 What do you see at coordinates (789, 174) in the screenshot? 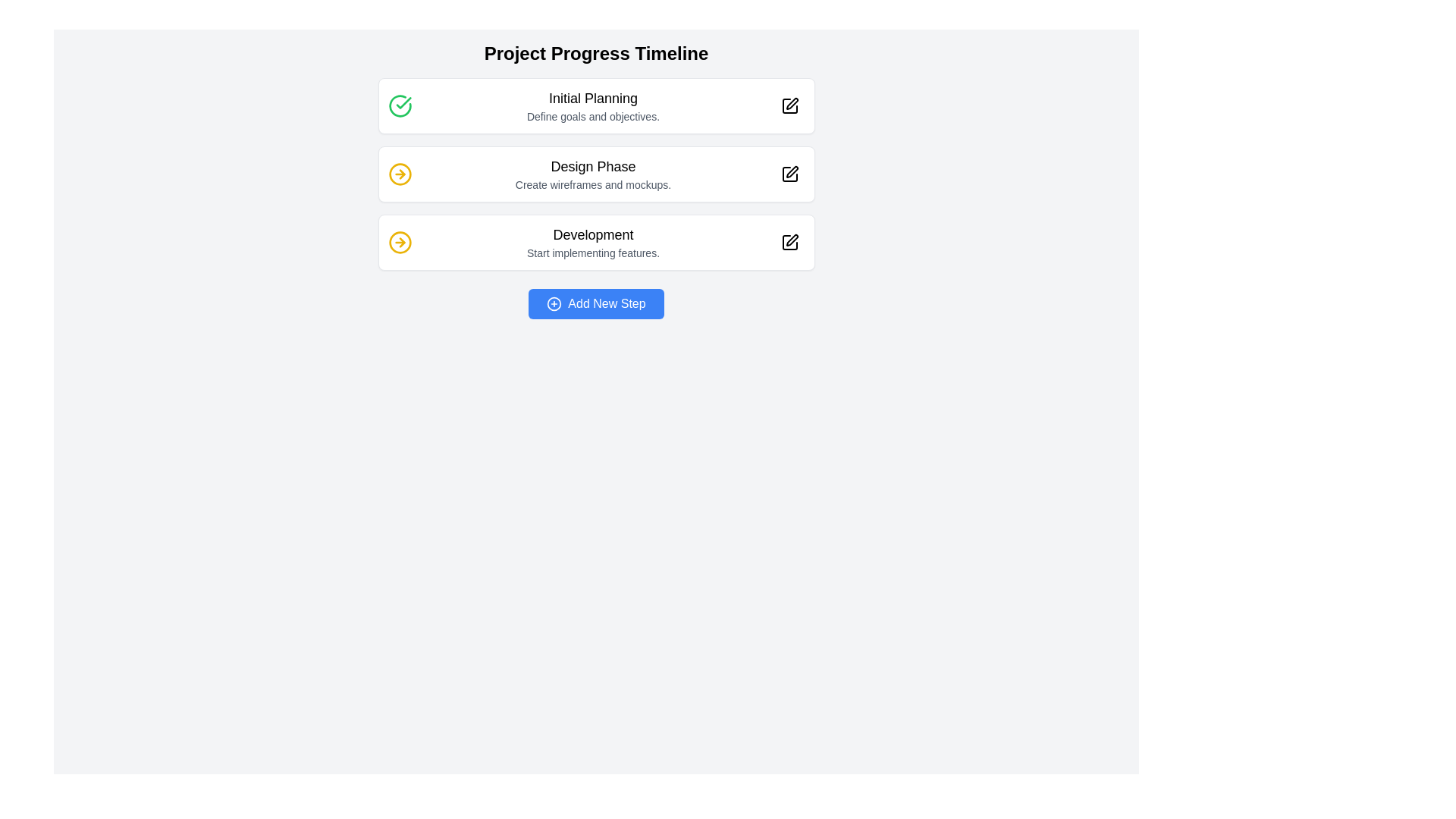
I see `the icon button located at the right end of the second row (Design Phase) in the vertical list` at bounding box center [789, 174].